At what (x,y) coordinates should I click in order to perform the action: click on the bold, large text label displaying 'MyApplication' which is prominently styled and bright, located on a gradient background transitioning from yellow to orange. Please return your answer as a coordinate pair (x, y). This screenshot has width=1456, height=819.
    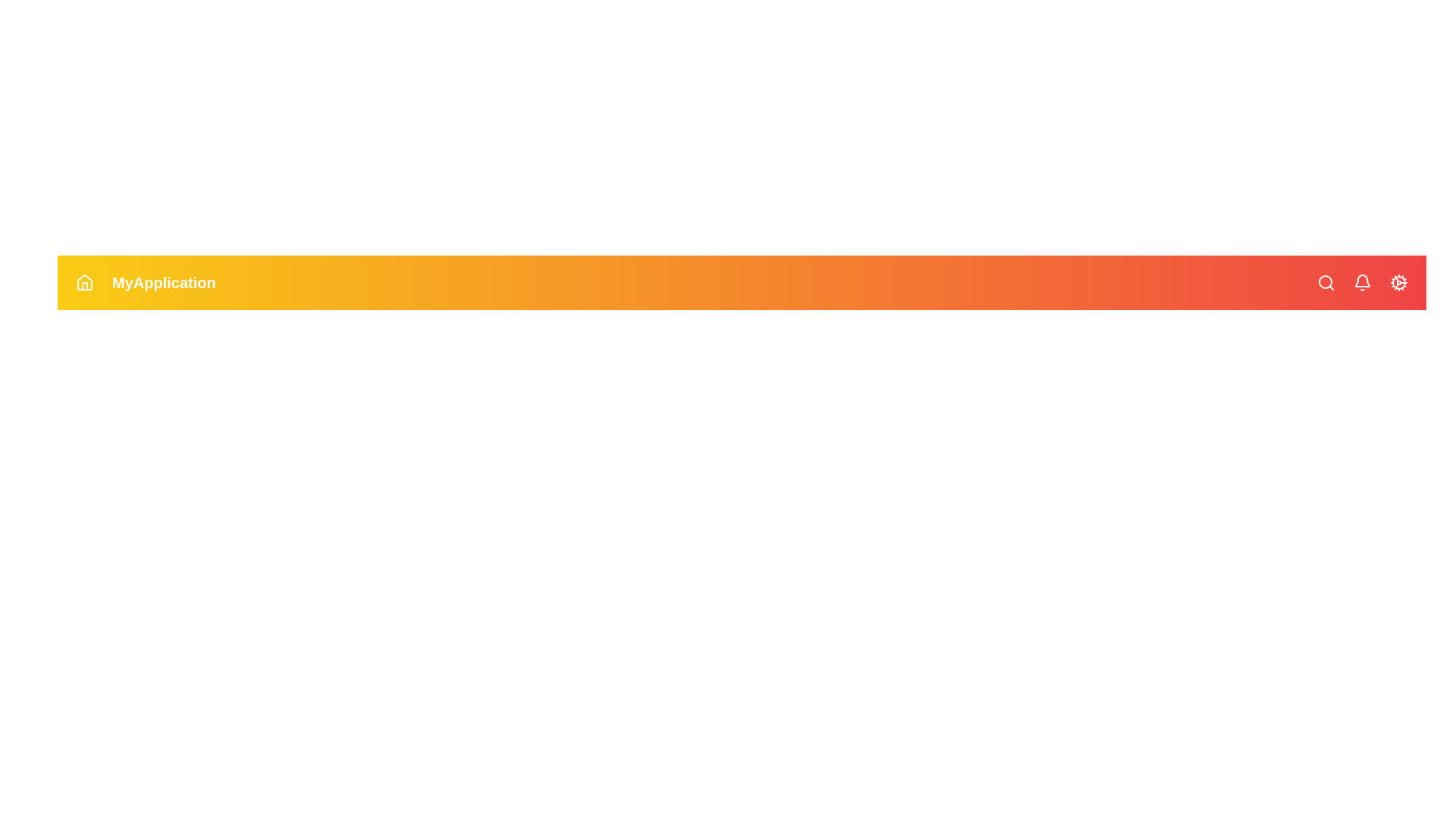
    Looking at the image, I should click on (164, 283).